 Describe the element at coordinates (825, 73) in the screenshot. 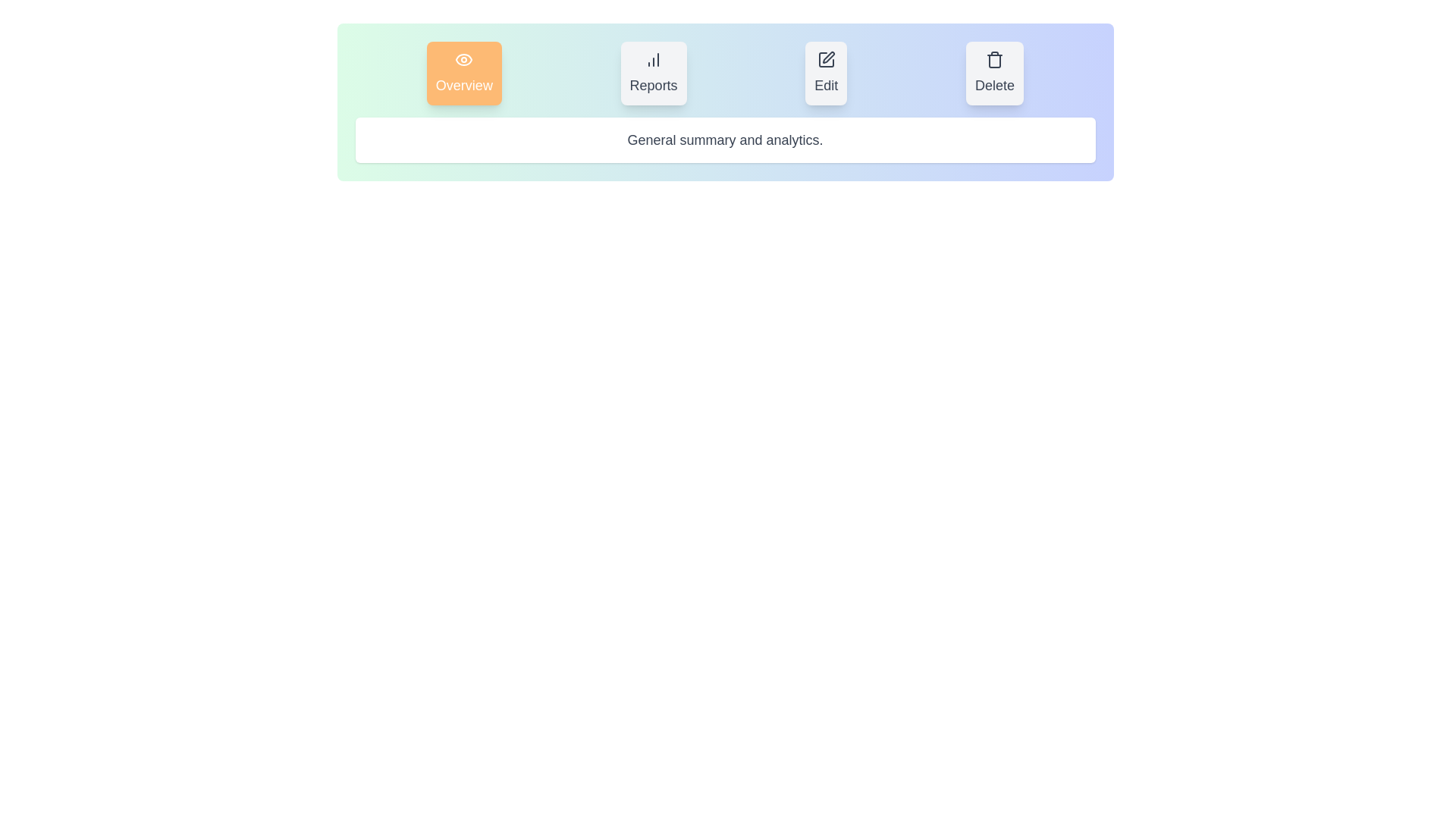

I see `the Edit tab by clicking on its button` at that location.